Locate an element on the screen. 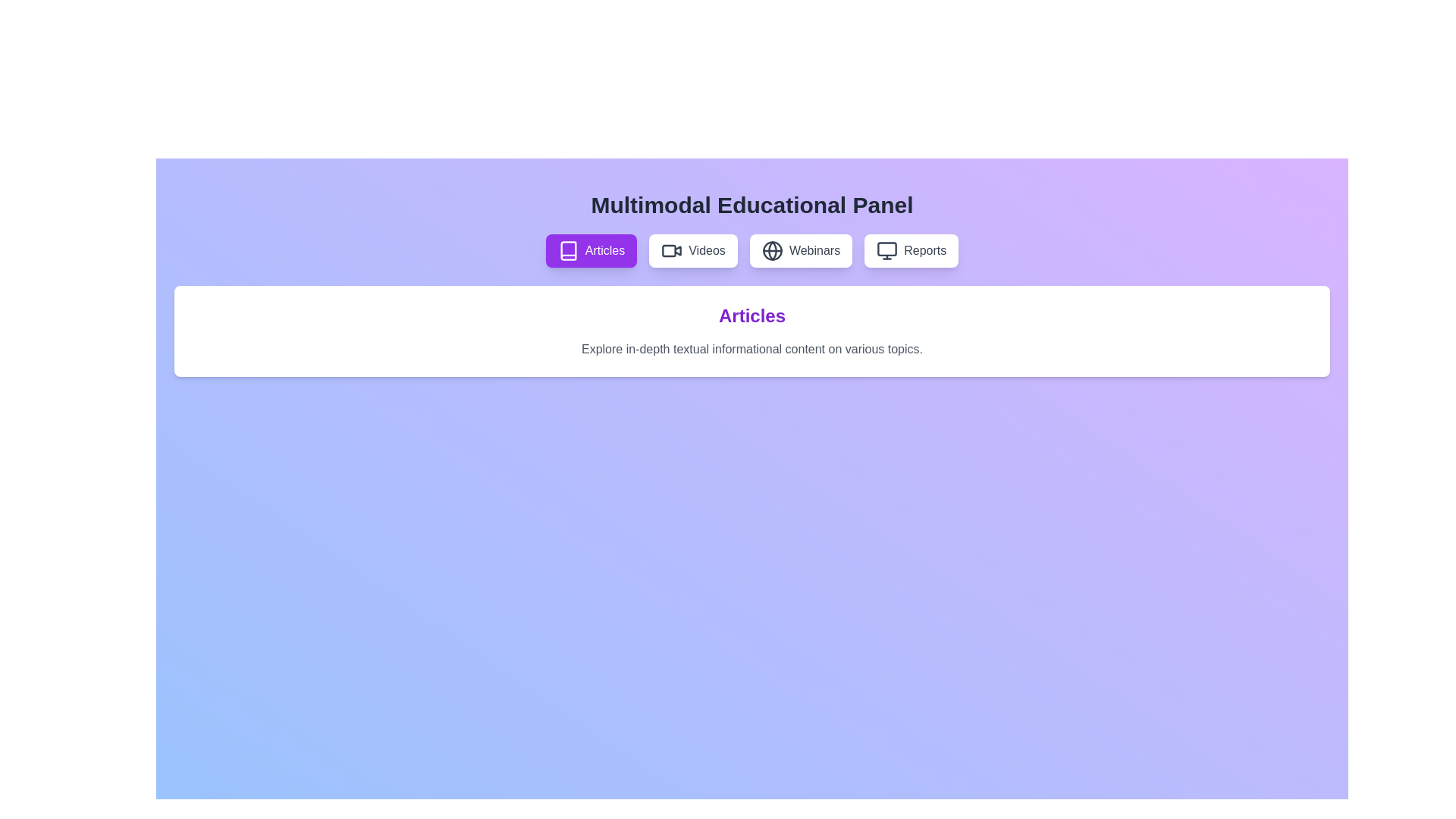  the minimalistic book icon is located at coordinates (567, 250).